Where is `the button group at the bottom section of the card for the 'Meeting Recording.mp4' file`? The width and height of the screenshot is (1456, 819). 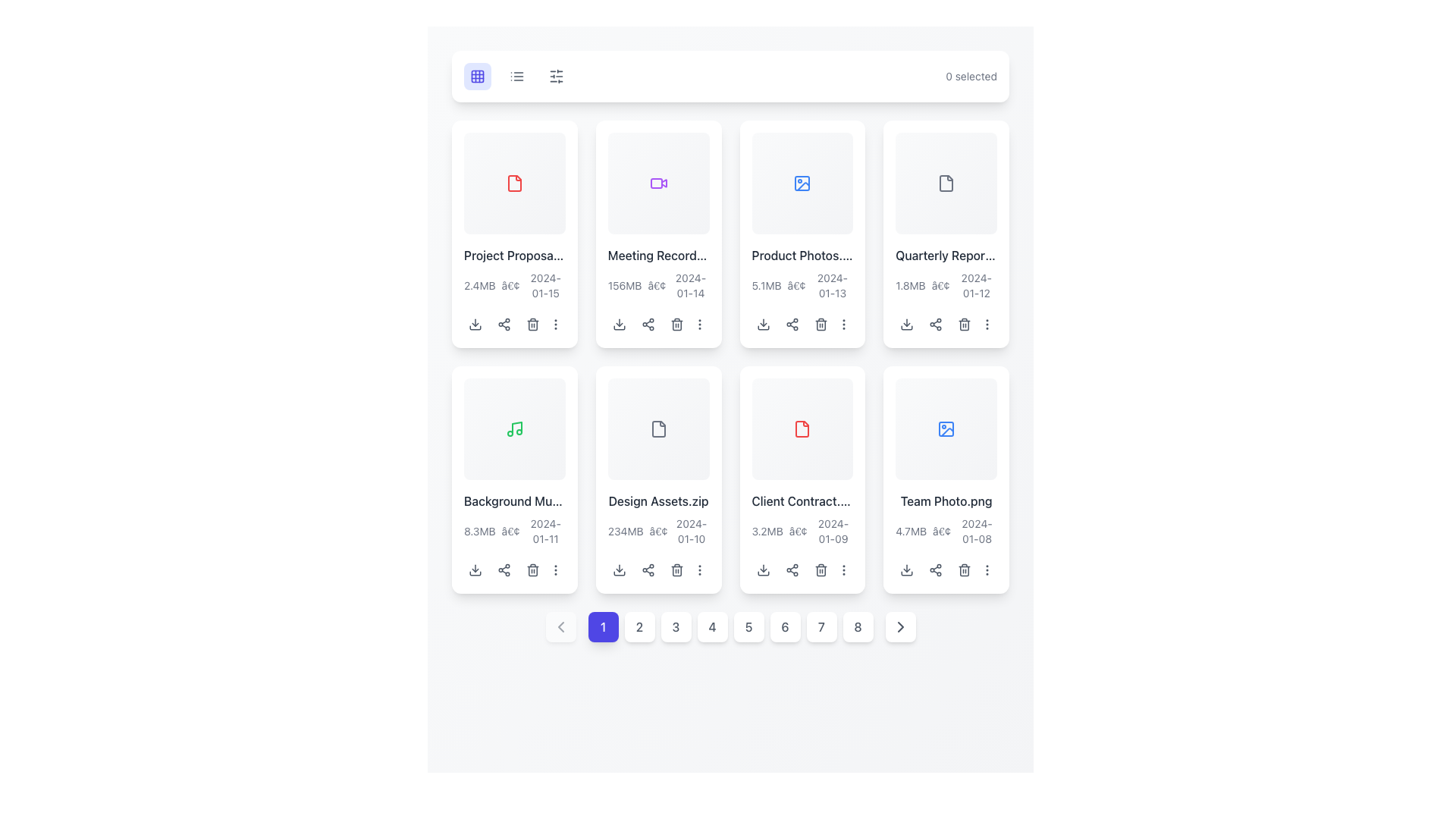 the button group at the bottom section of the card for the 'Meeting Recording.mp4' file is located at coordinates (658, 323).